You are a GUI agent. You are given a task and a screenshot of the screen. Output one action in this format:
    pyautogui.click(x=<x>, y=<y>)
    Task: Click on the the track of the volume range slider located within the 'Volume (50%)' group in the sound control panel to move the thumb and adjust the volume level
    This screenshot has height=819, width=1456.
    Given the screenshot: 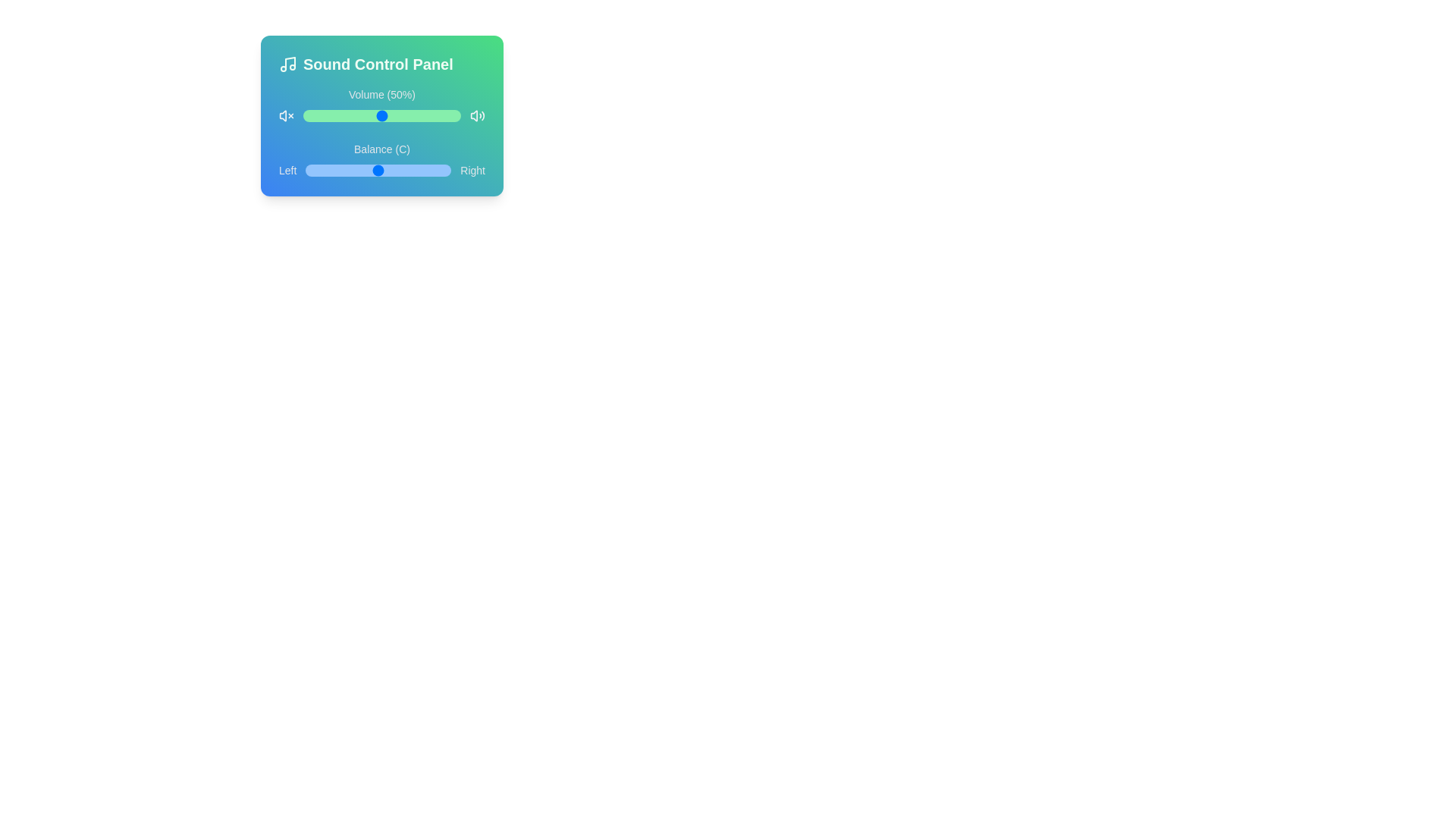 What is the action you would take?
    pyautogui.click(x=382, y=115)
    